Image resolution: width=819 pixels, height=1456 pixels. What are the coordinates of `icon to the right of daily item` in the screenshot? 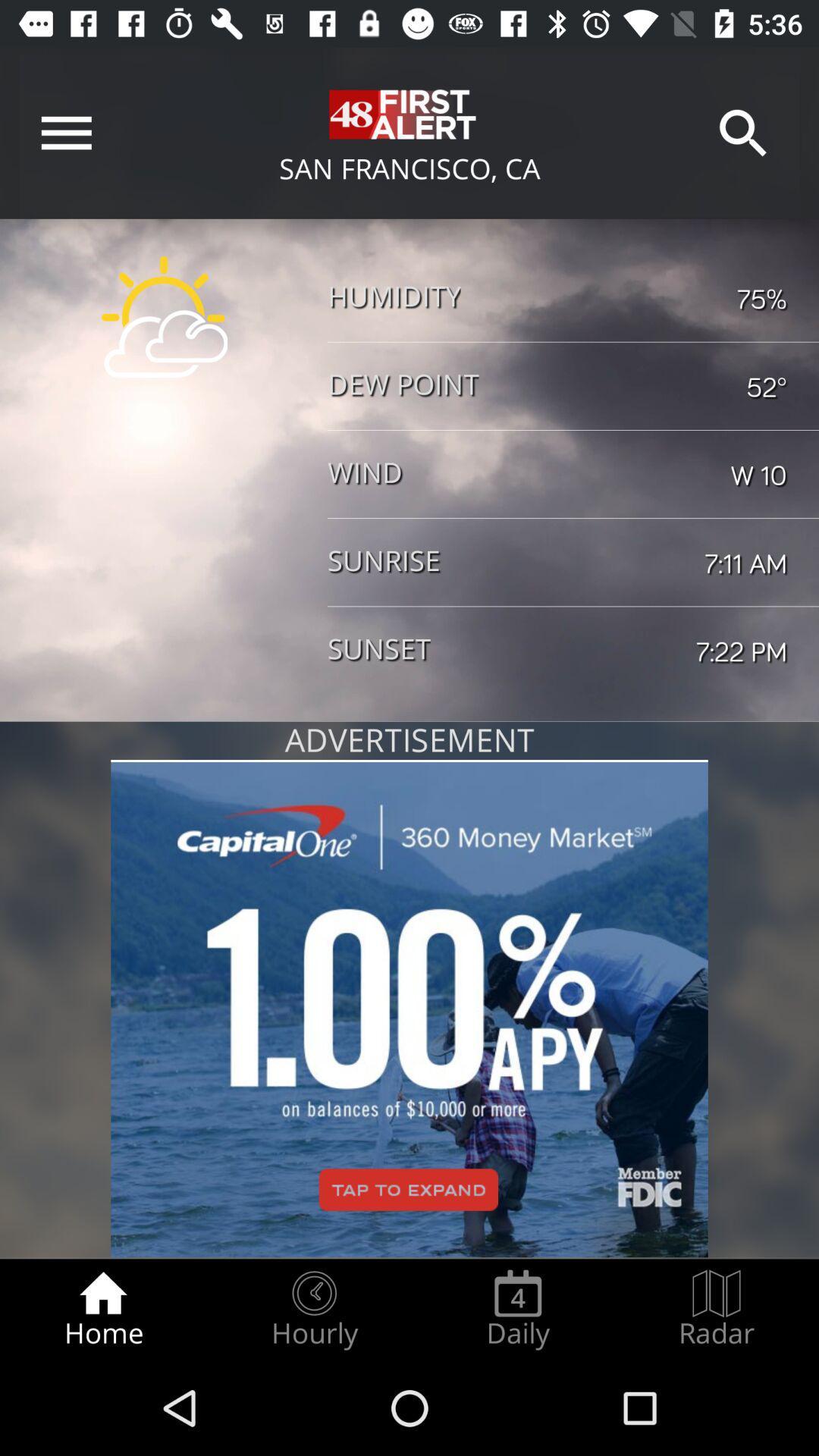 It's located at (717, 1309).